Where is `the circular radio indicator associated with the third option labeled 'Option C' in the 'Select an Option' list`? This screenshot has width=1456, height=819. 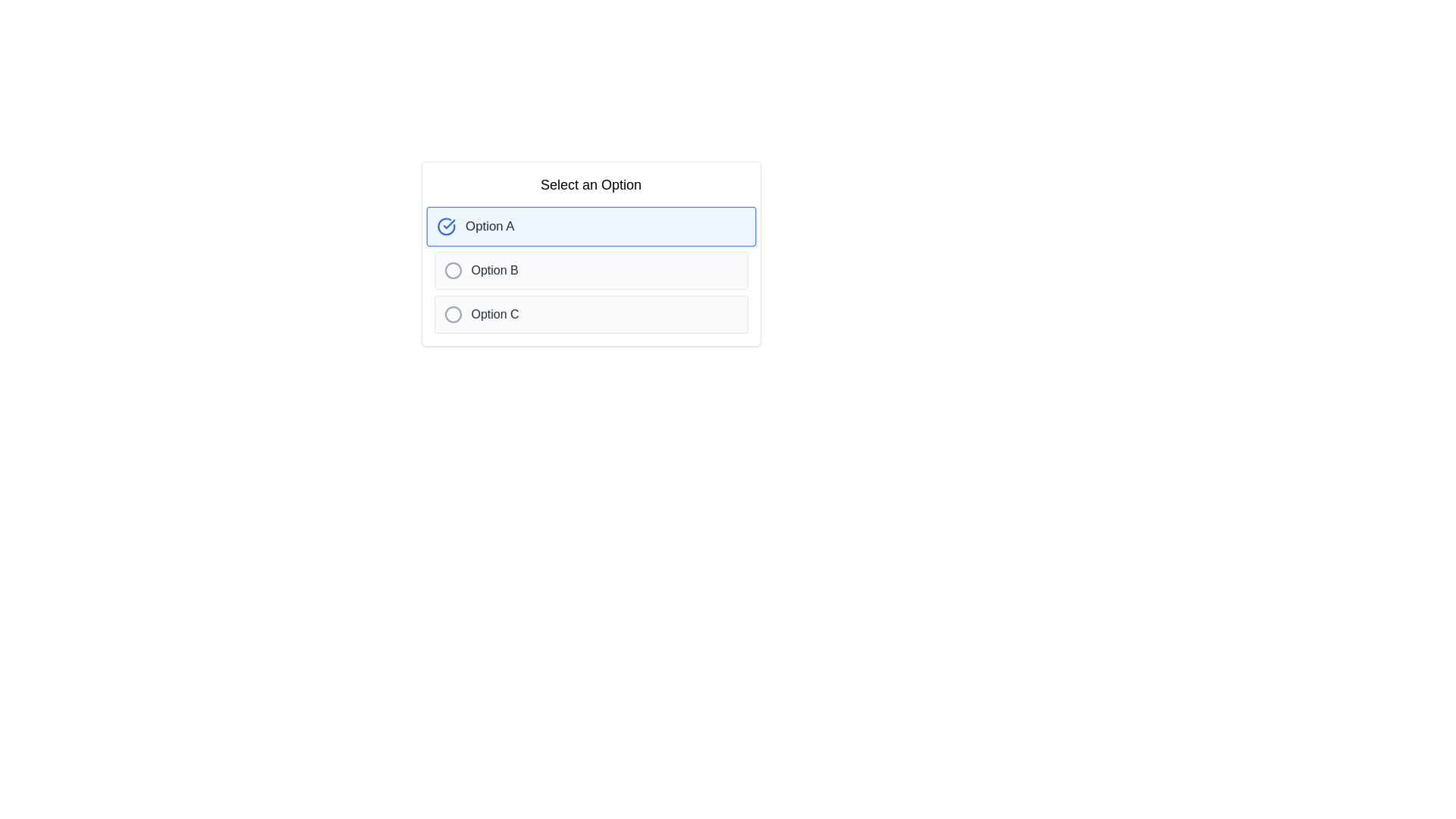 the circular radio indicator associated with the third option labeled 'Option C' in the 'Select an Option' list is located at coordinates (452, 314).